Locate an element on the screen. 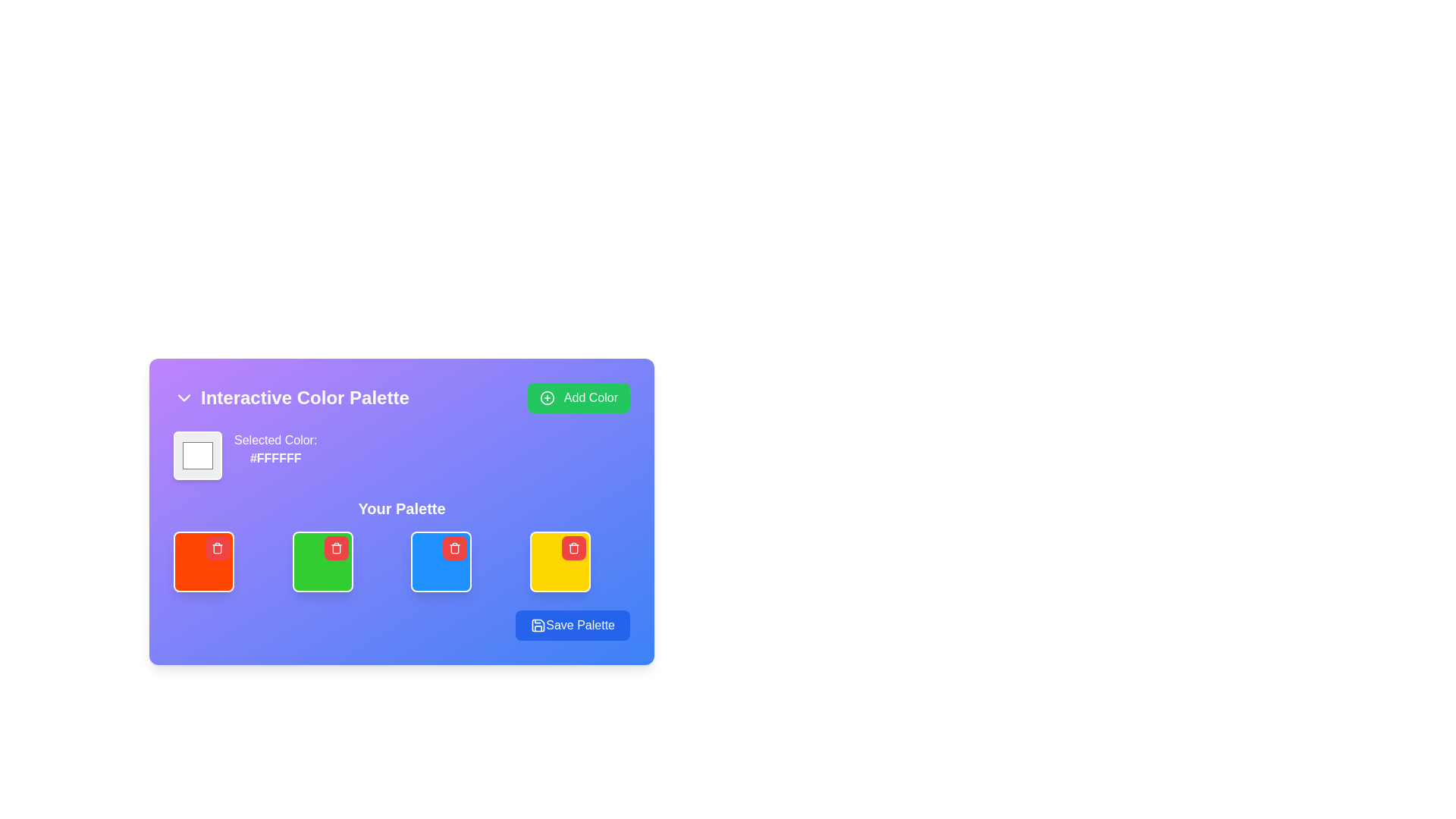  the static text label displaying the hex color code '#FFFFFF' styled in bold font, located below 'Selected Color:' in the color palette interface is located at coordinates (275, 458).